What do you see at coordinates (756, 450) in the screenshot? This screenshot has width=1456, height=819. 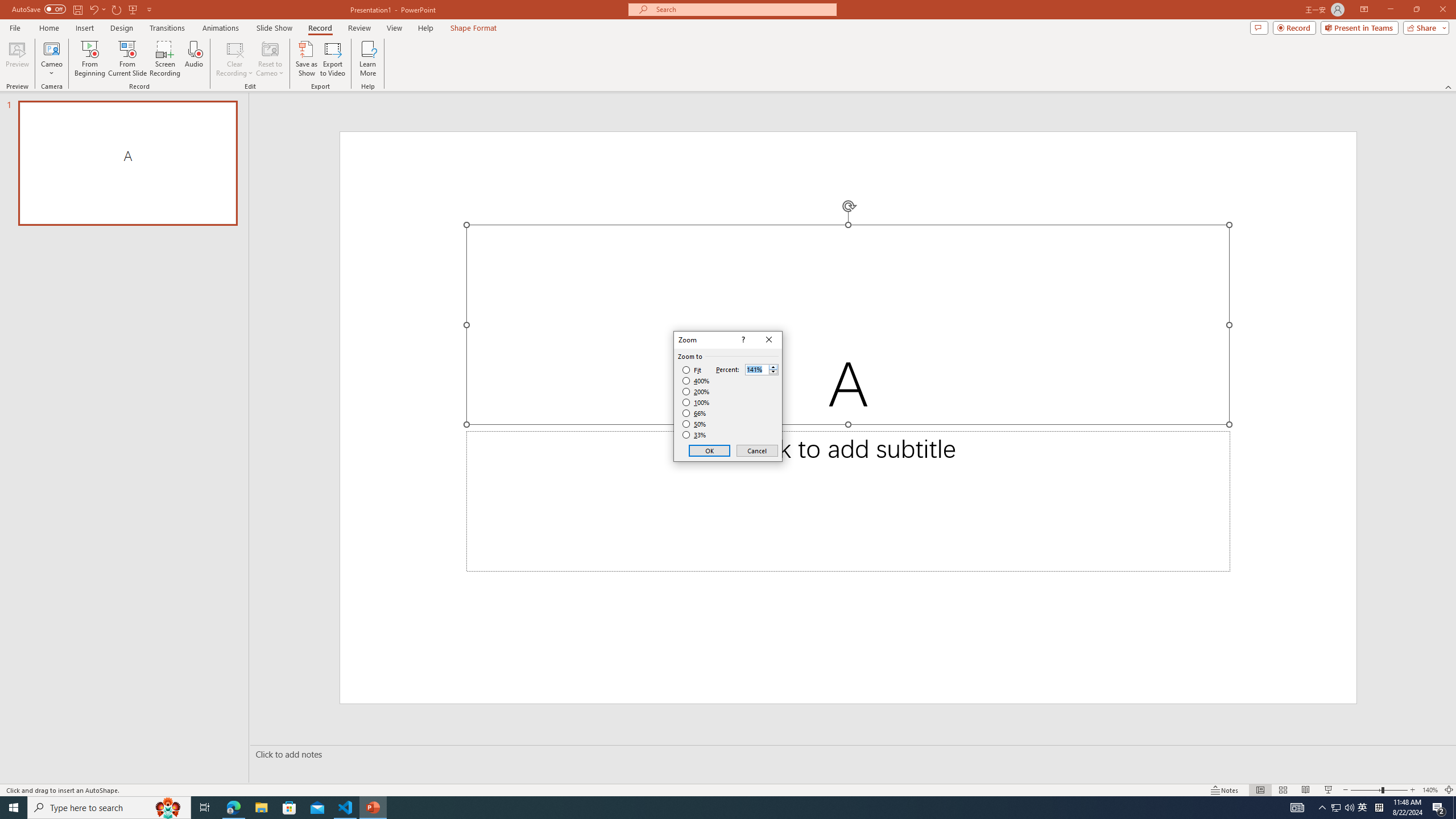 I see `'Cancel'` at bounding box center [756, 450].